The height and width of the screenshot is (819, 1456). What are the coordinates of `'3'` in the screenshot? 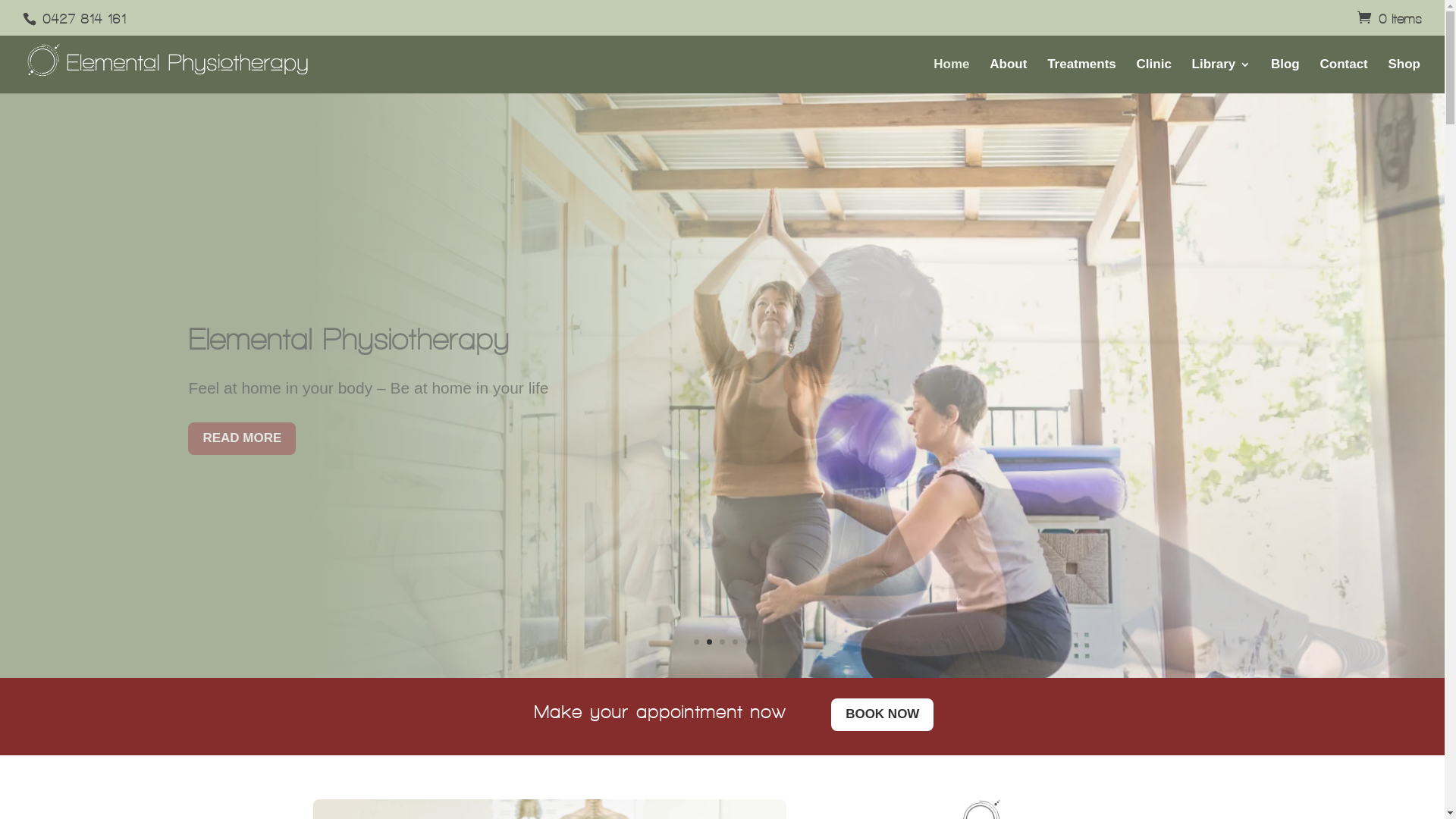 It's located at (721, 642).